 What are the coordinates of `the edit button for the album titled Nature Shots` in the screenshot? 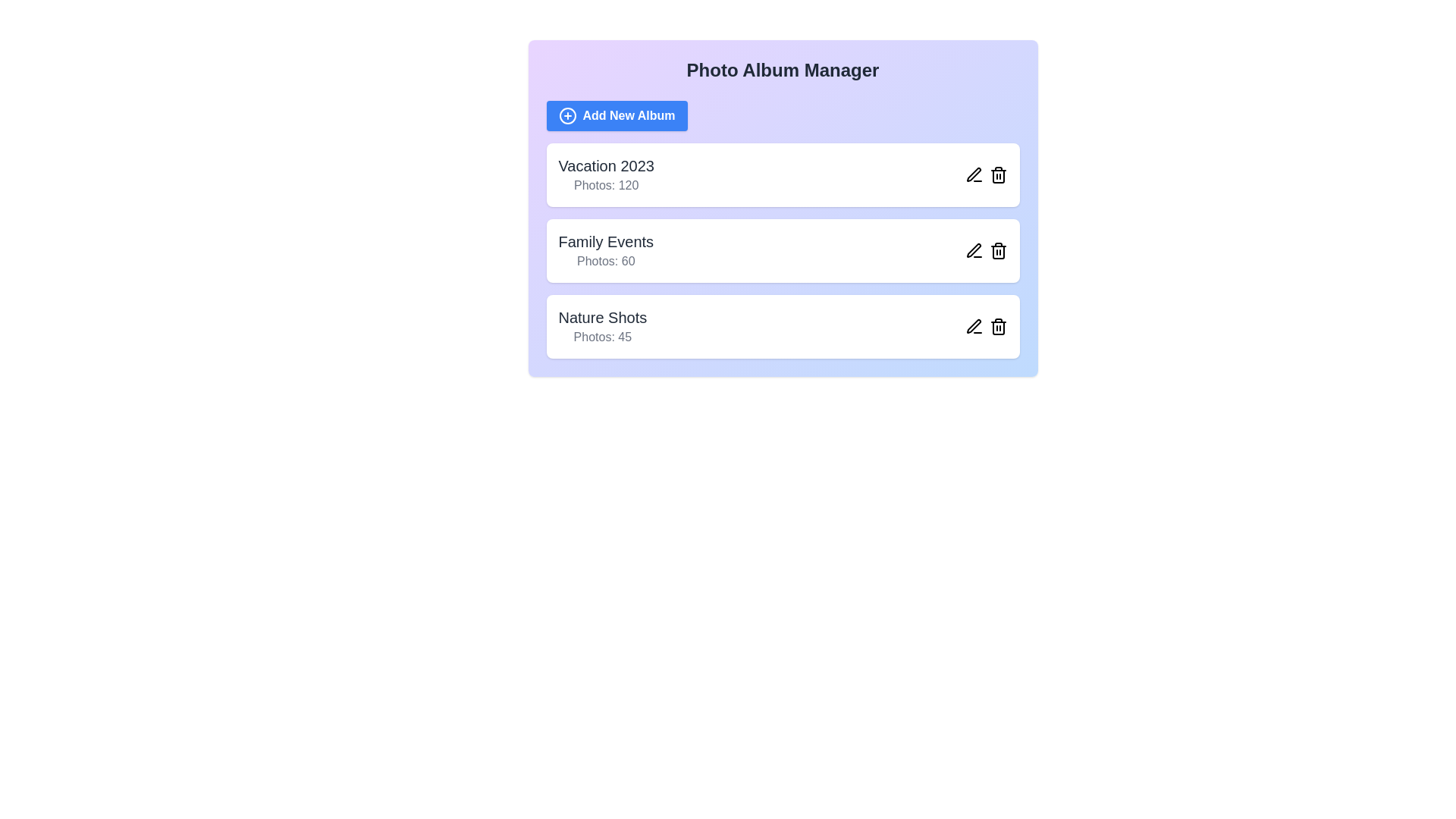 It's located at (974, 326).